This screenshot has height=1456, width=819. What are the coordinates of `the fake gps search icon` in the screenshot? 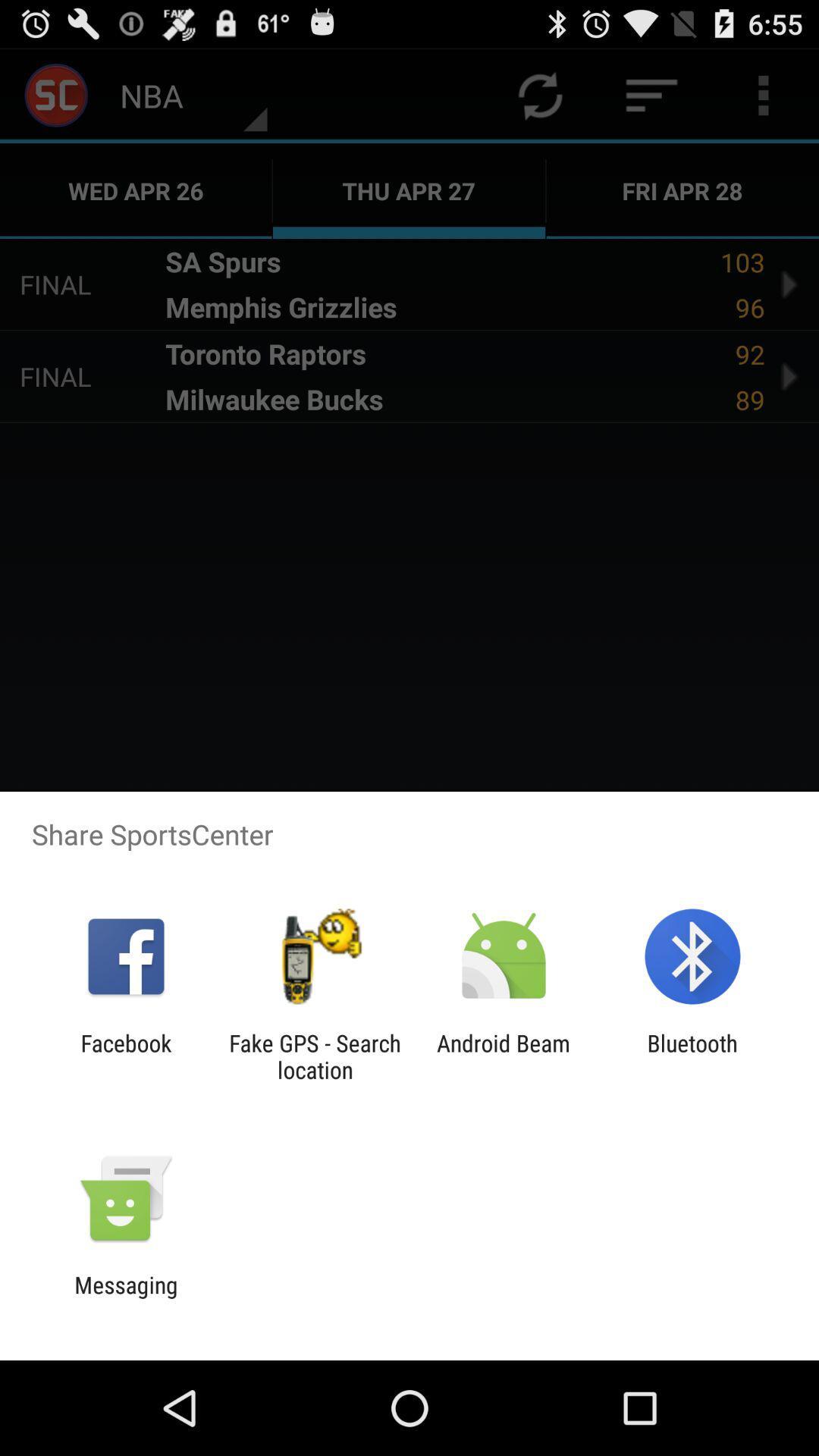 It's located at (314, 1056).